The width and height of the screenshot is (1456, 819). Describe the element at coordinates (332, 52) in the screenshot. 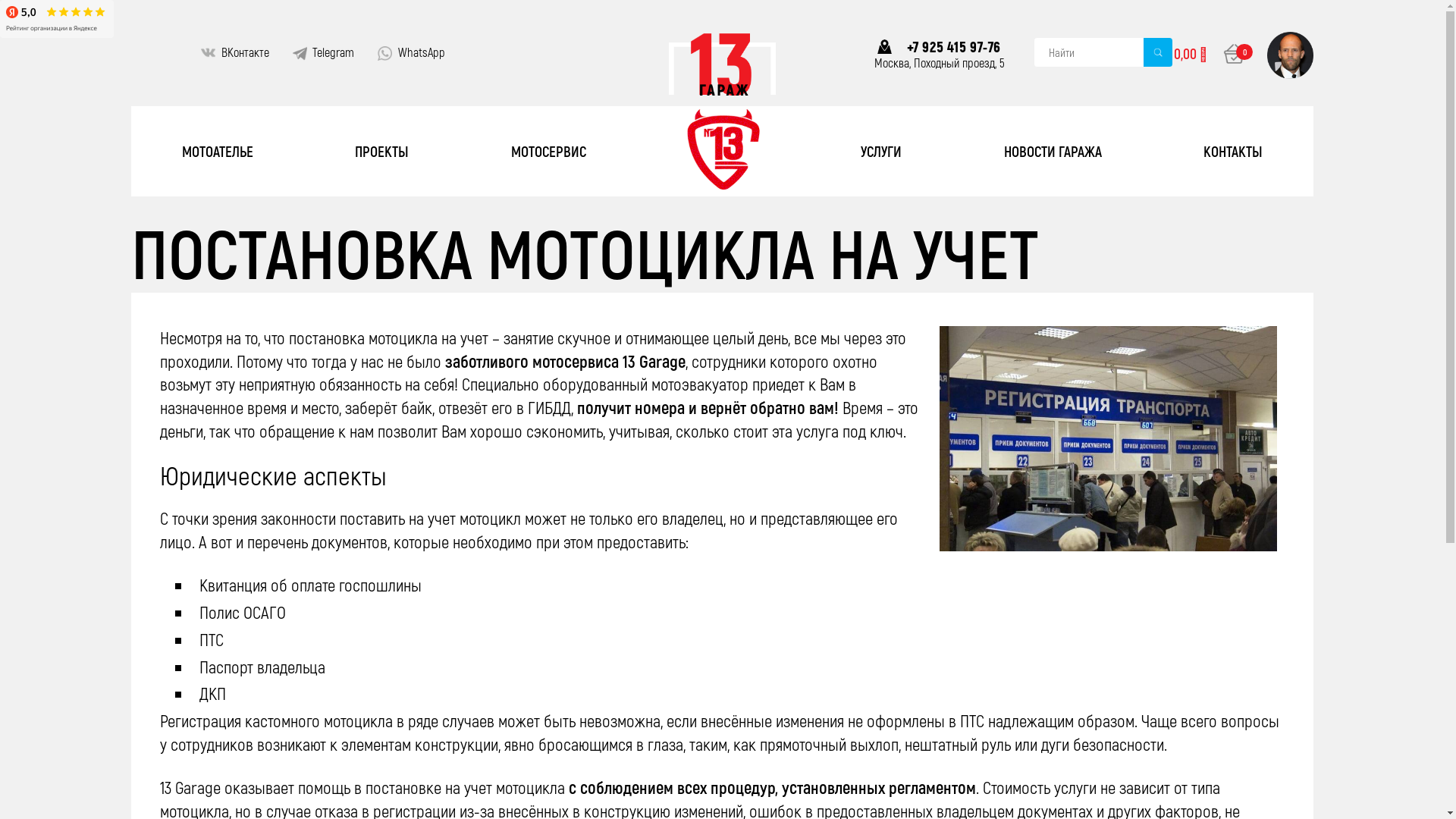

I see `'Telegram'` at that location.